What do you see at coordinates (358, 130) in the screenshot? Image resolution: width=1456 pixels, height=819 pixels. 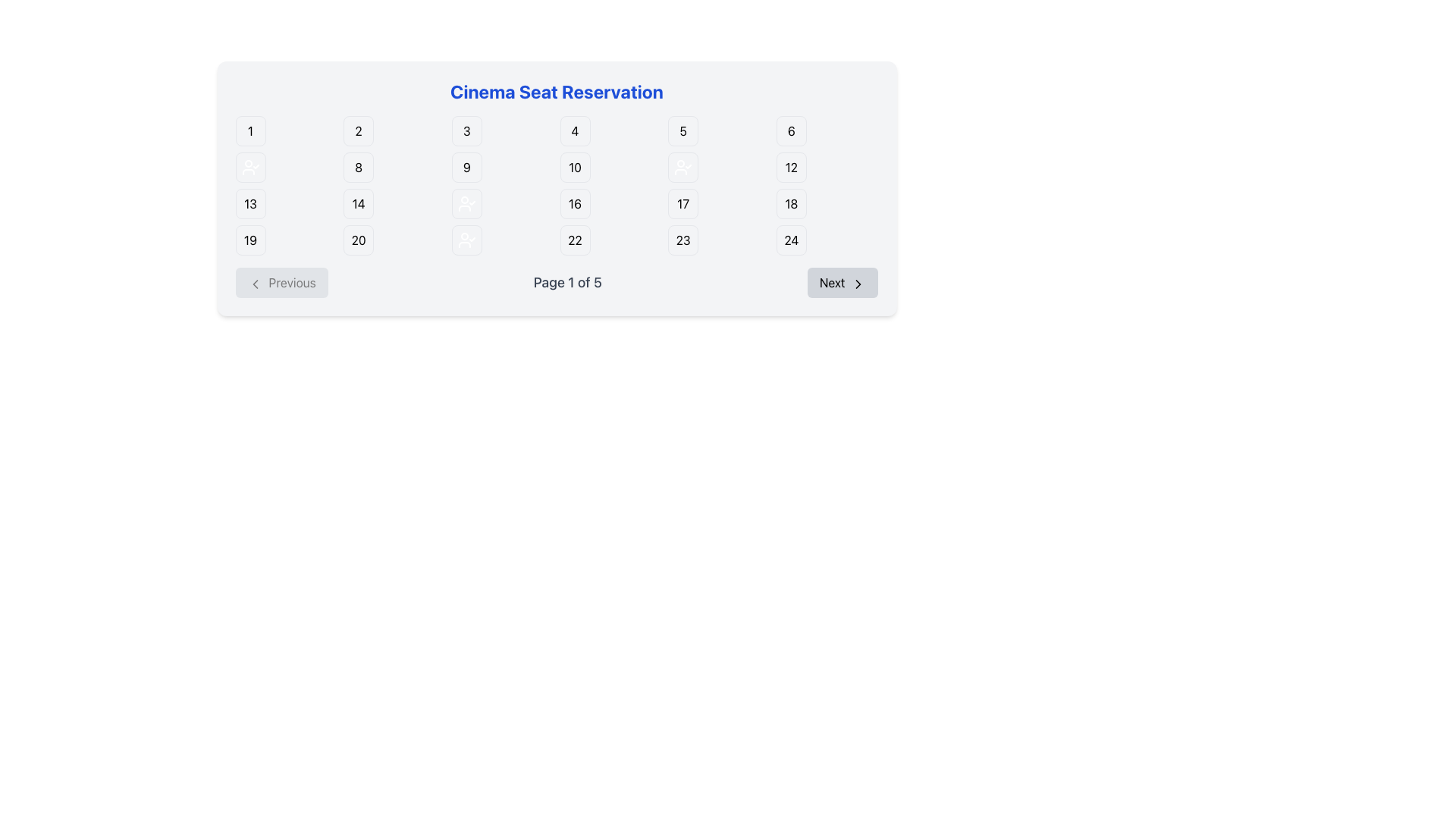 I see `the button displaying the text '2', which is the second item in the horizontal grid of clickable buttons in the seat selection interface` at bounding box center [358, 130].